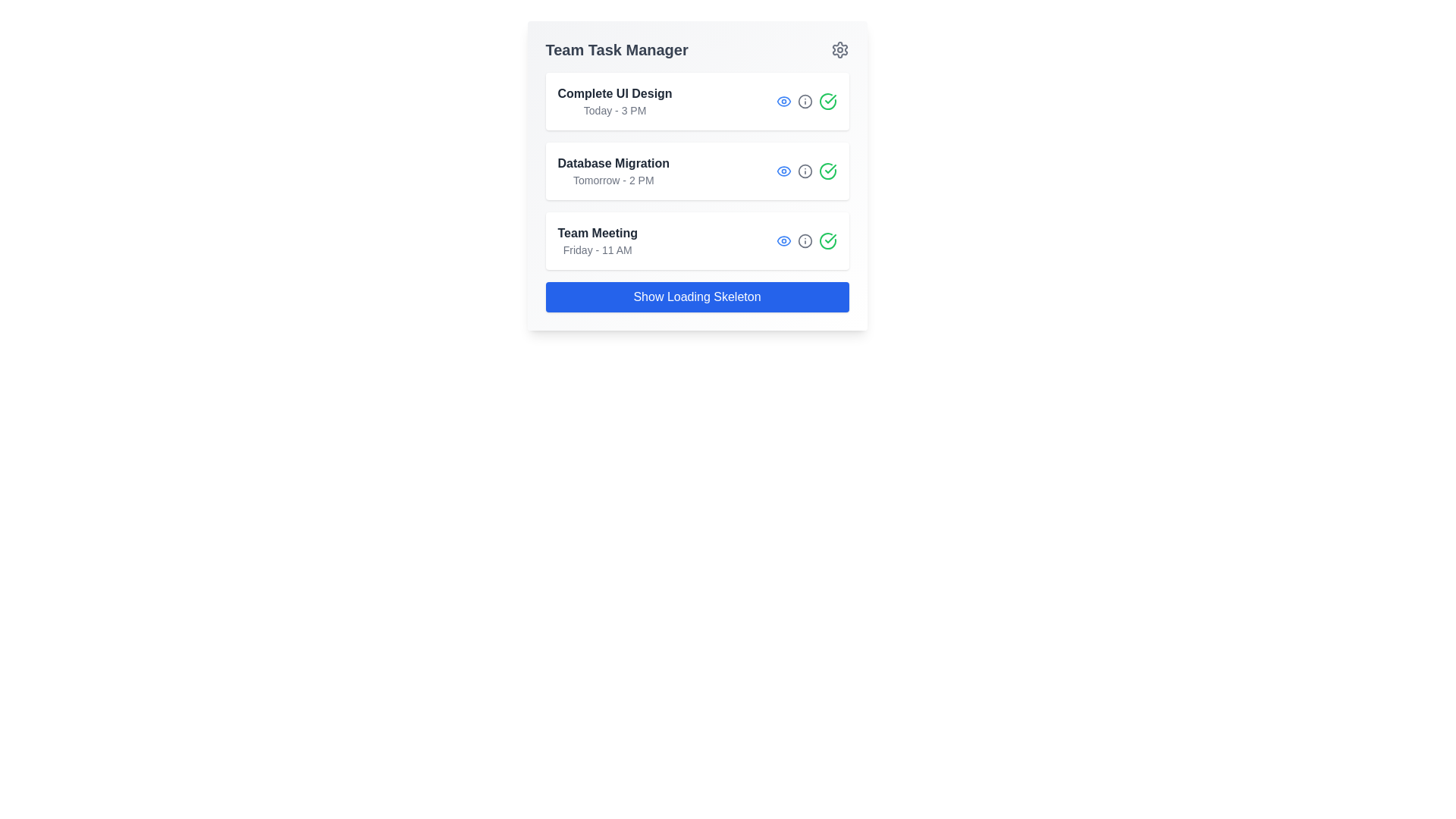 The image size is (1456, 819). What do you see at coordinates (827, 171) in the screenshot?
I see `the completion status icon on the far right of the second task row titled 'Database Migration' to mark the task as complete` at bounding box center [827, 171].